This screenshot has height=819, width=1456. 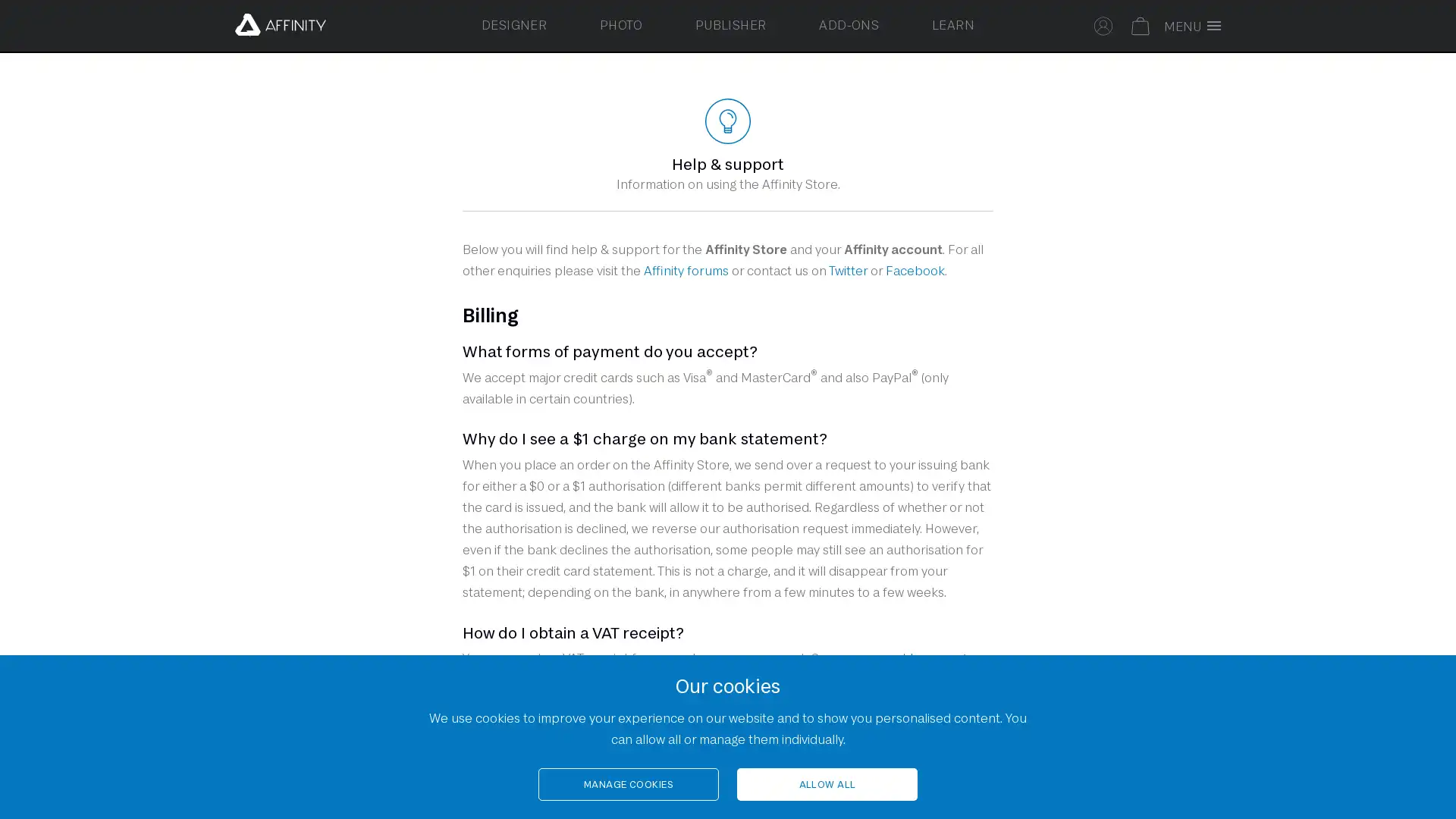 I want to click on MANAGE COOKIES, so click(x=629, y=784).